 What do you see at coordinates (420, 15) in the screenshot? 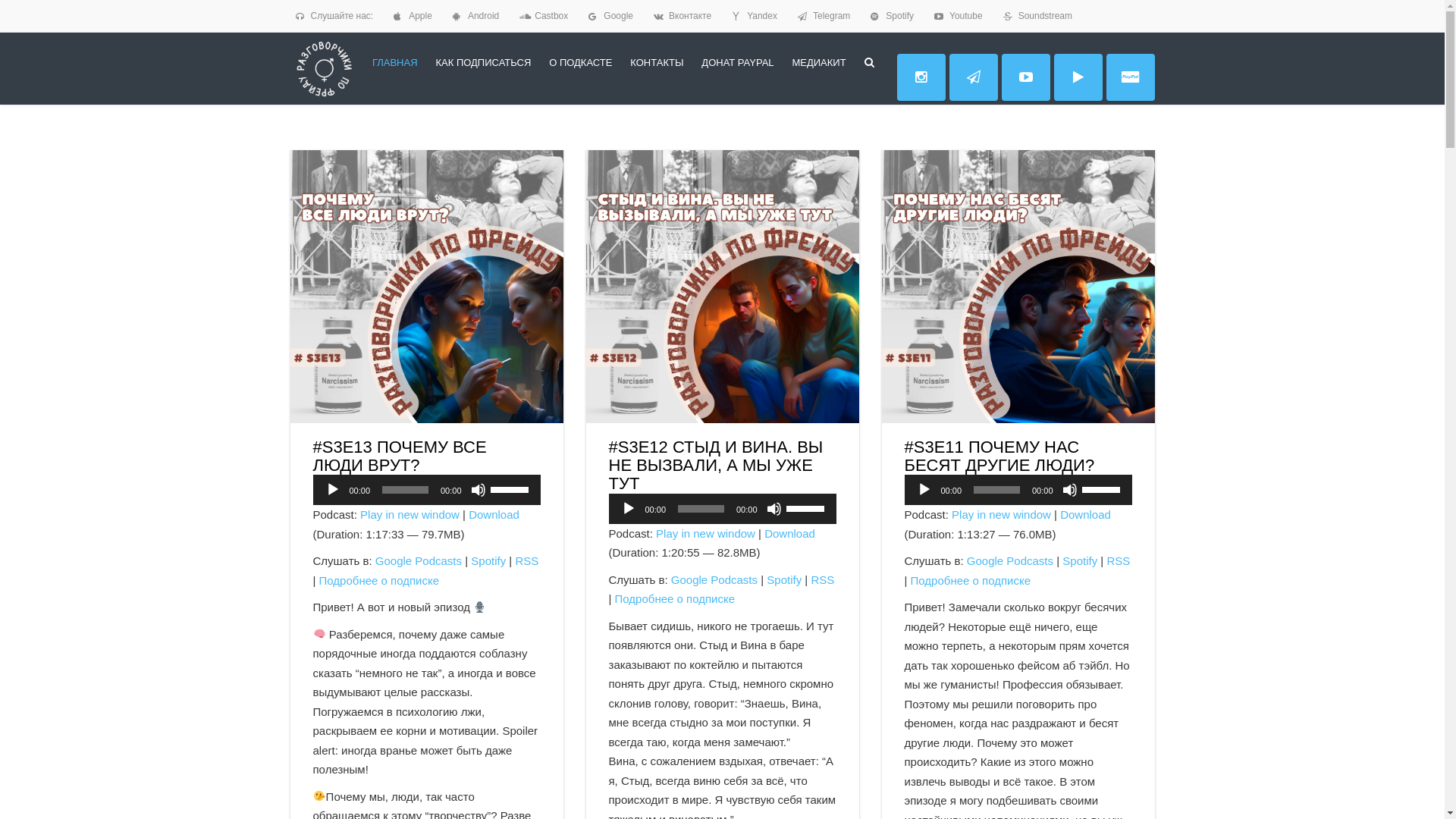
I see `'Apple'` at bounding box center [420, 15].